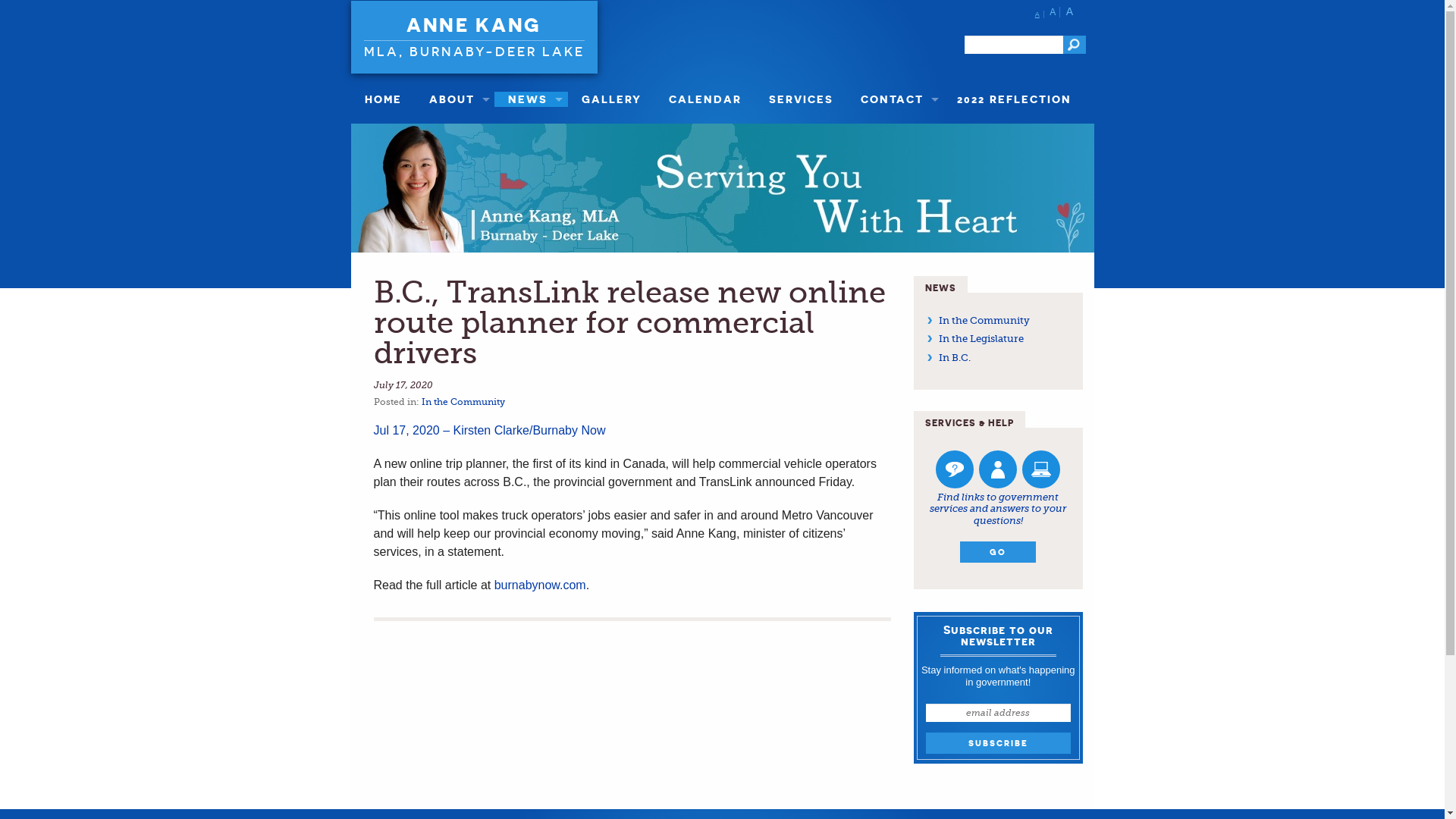 The width and height of the screenshot is (1456, 819). Describe the element at coordinates (981, 337) in the screenshot. I see `'In the Legislature'` at that location.